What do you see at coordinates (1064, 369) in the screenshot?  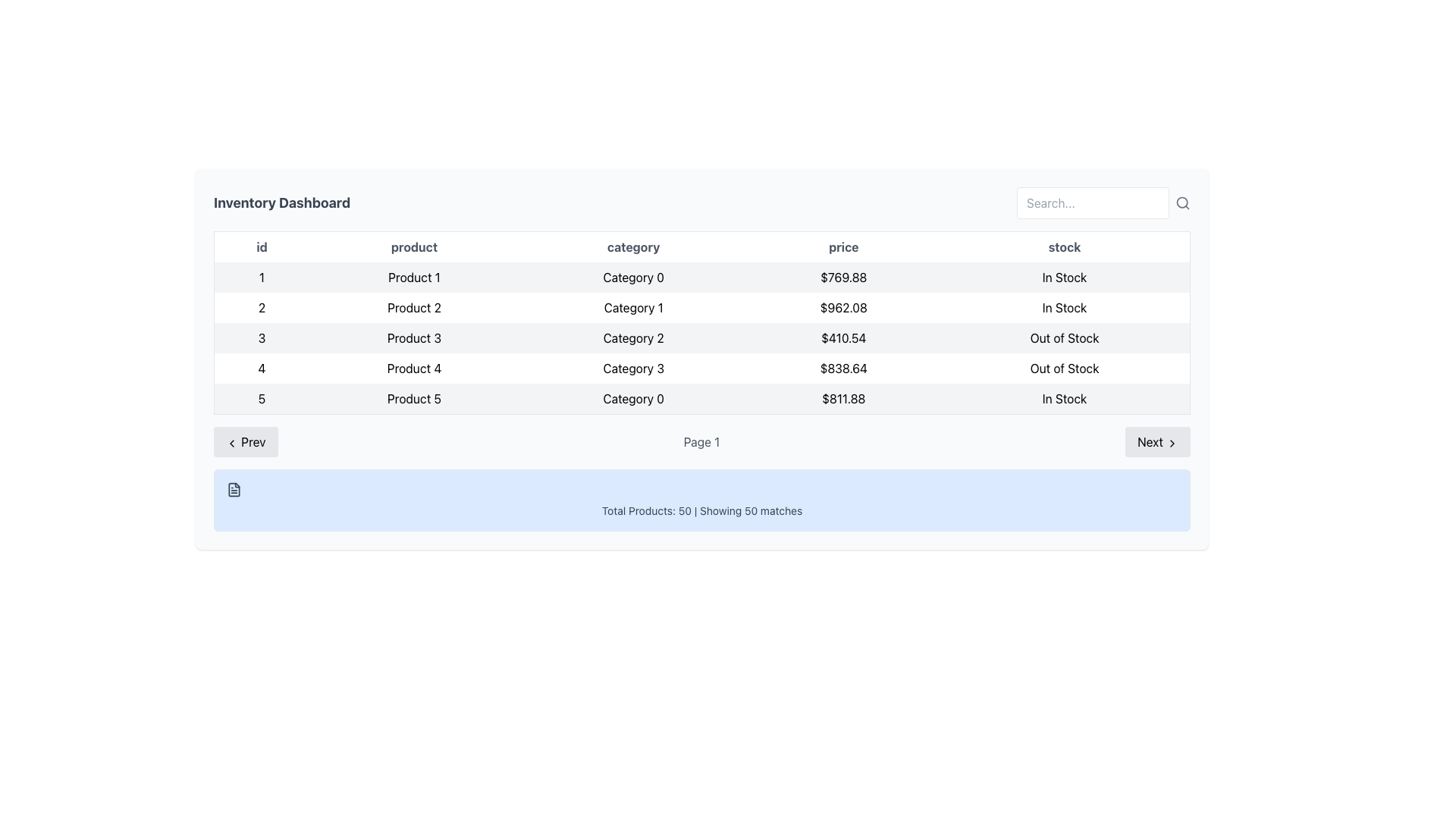 I see `the Text Label indicating 'Out of Stock' for 'Product 4', located in the fifth column of the fourth row of the inventory table` at bounding box center [1064, 369].